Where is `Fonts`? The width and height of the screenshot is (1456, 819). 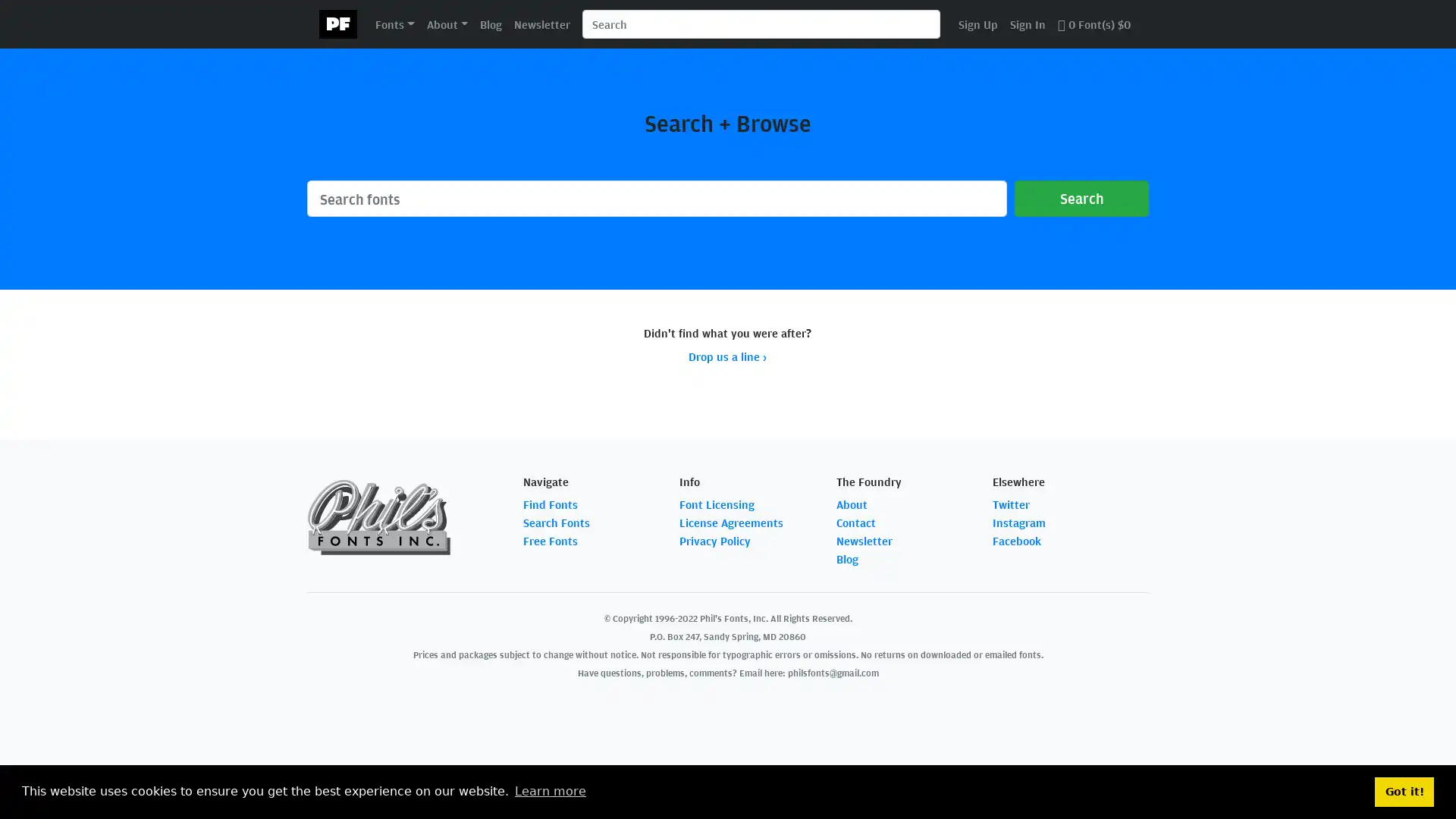
Fonts is located at coordinates (394, 23).